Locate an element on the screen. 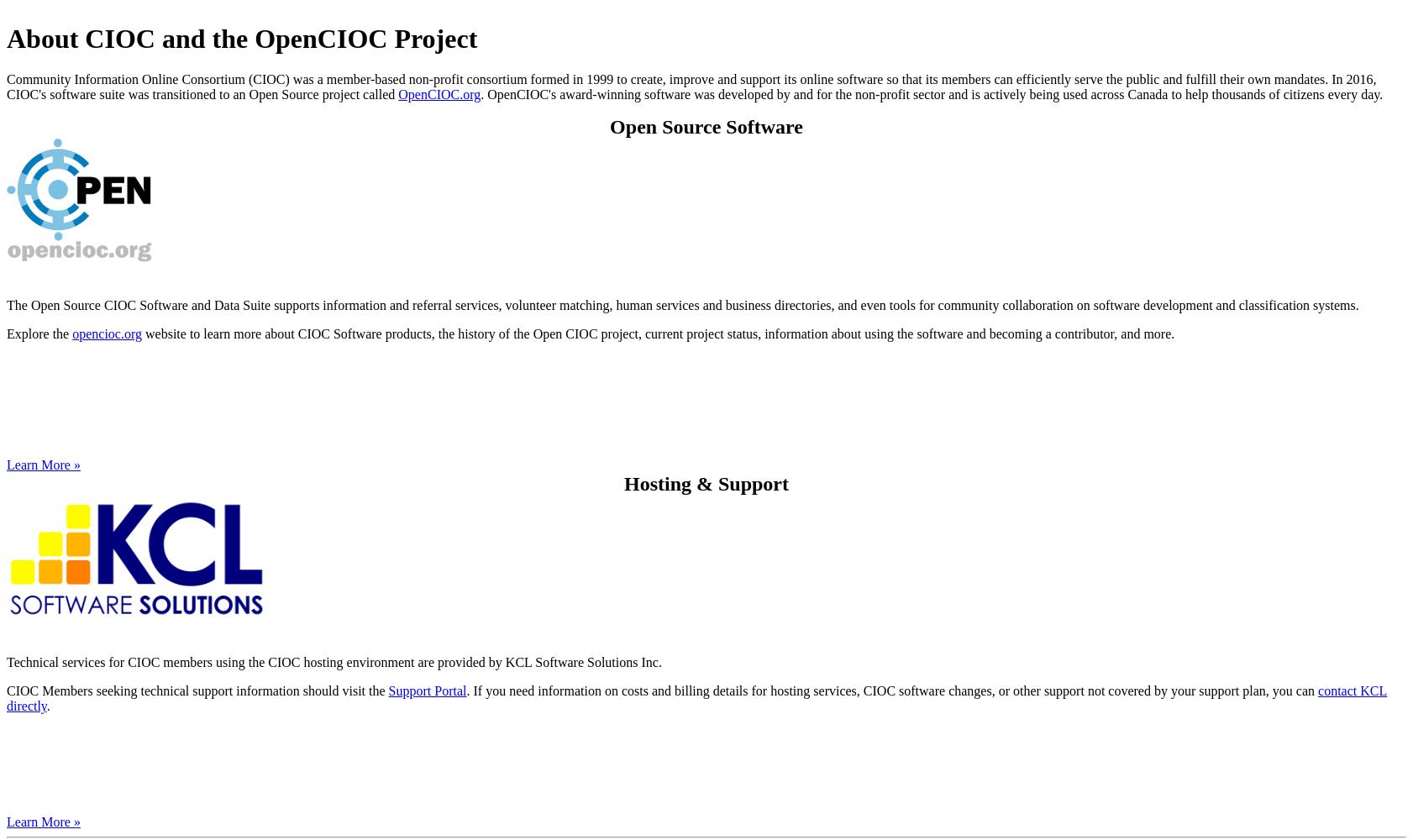 This screenshot has width=1413, height=840. 'Support Portal' is located at coordinates (427, 690).